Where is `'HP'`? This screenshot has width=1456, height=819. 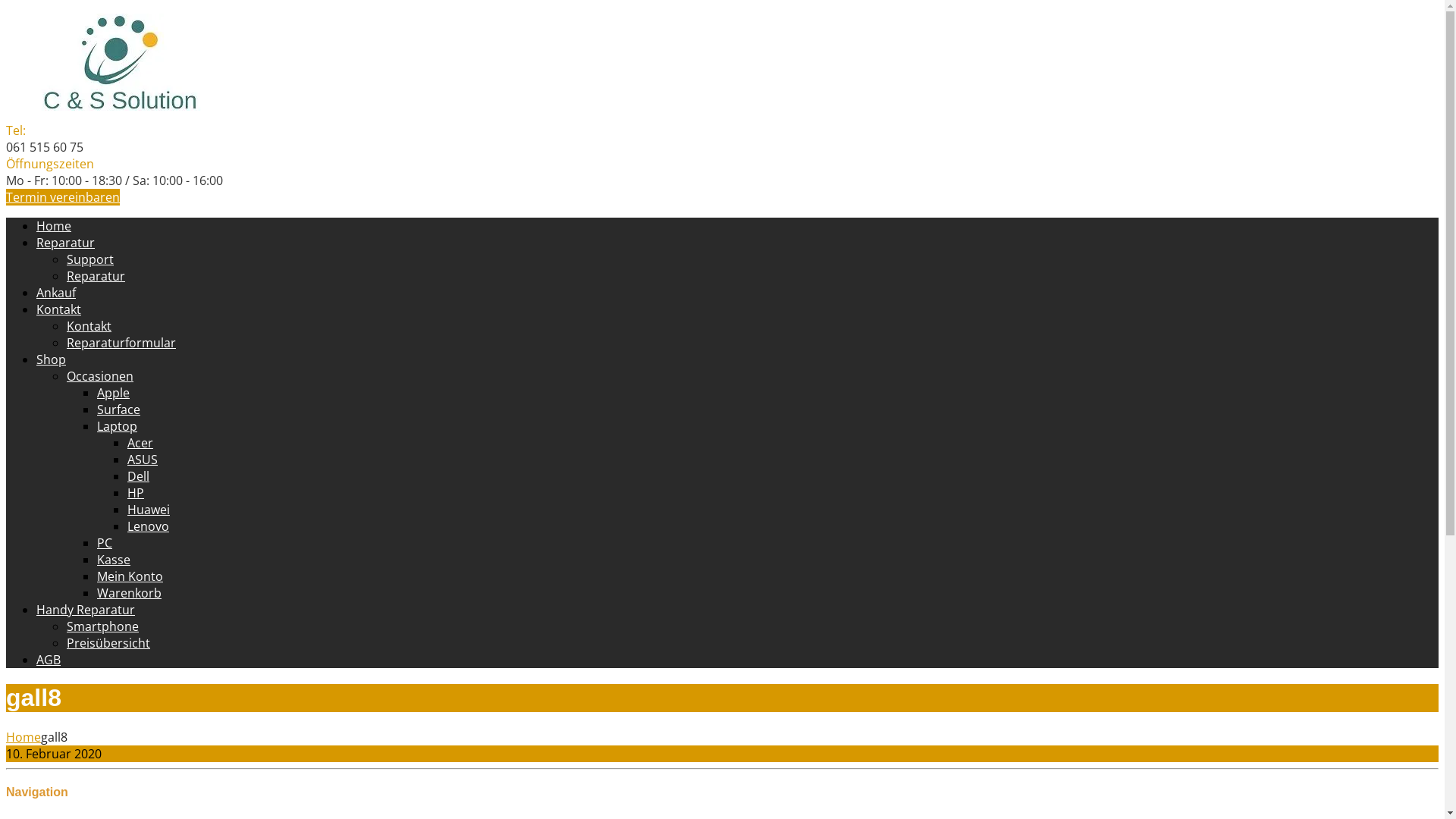 'HP' is located at coordinates (135, 493).